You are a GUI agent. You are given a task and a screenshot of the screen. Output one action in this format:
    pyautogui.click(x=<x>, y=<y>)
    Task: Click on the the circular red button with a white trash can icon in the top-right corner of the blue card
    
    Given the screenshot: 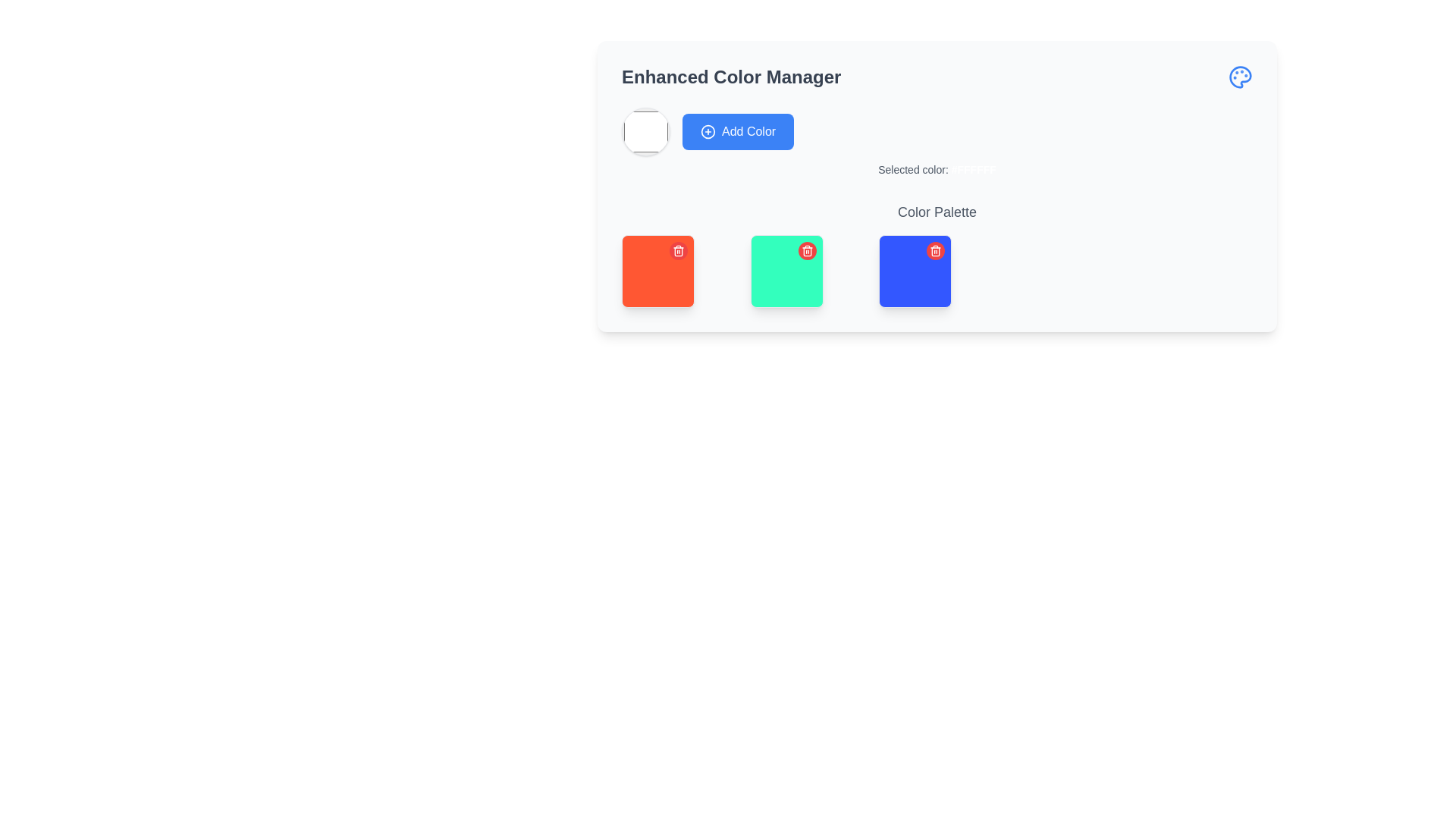 What is the action you would take?
    pyautogui.click(x=935, y=250)
    